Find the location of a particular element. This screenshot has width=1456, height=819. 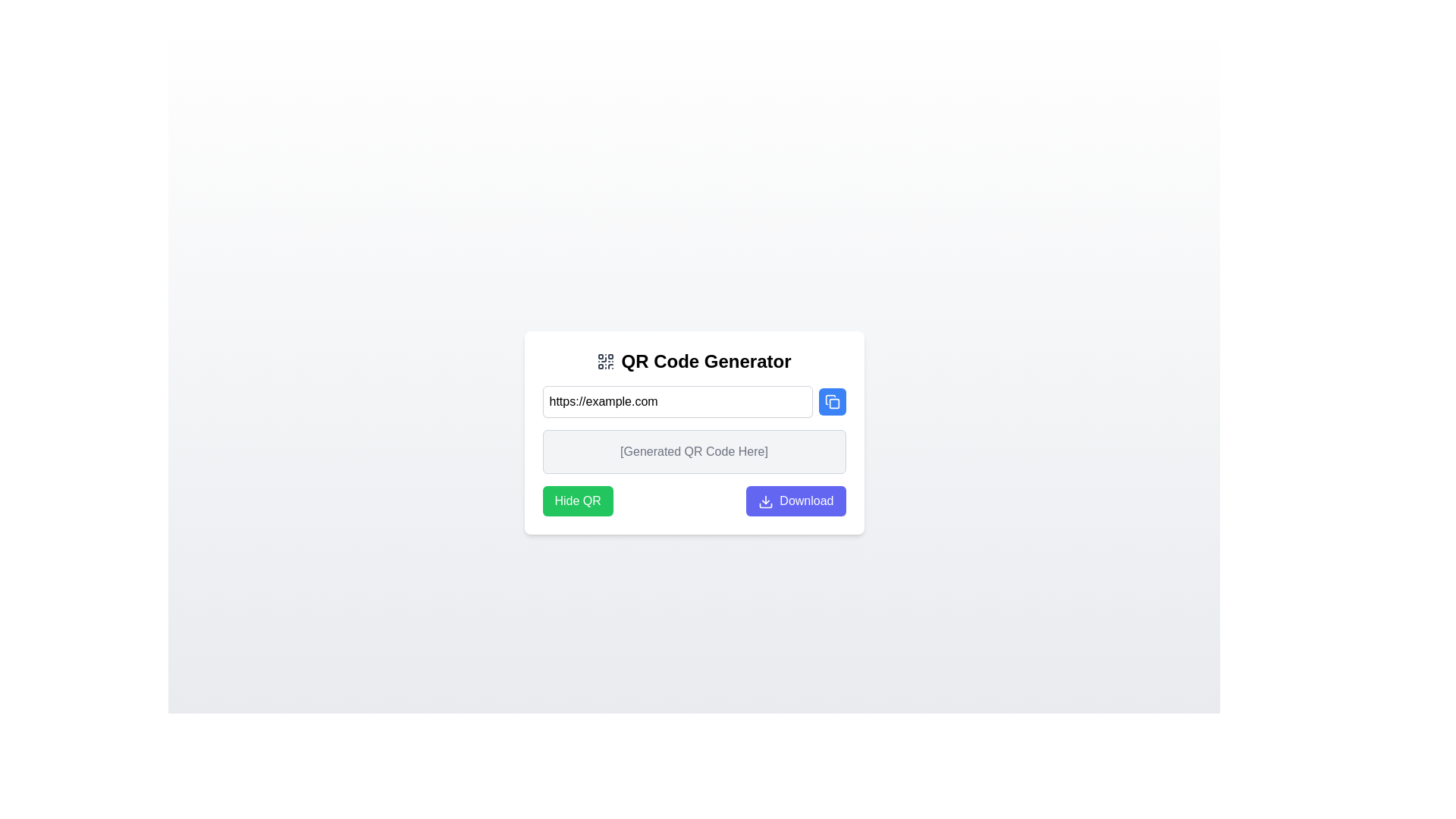

the QR Code generation icon located to the left of the header text 'QR Code Generator' in the header section of the card layout is located at coordinates (605, 362).